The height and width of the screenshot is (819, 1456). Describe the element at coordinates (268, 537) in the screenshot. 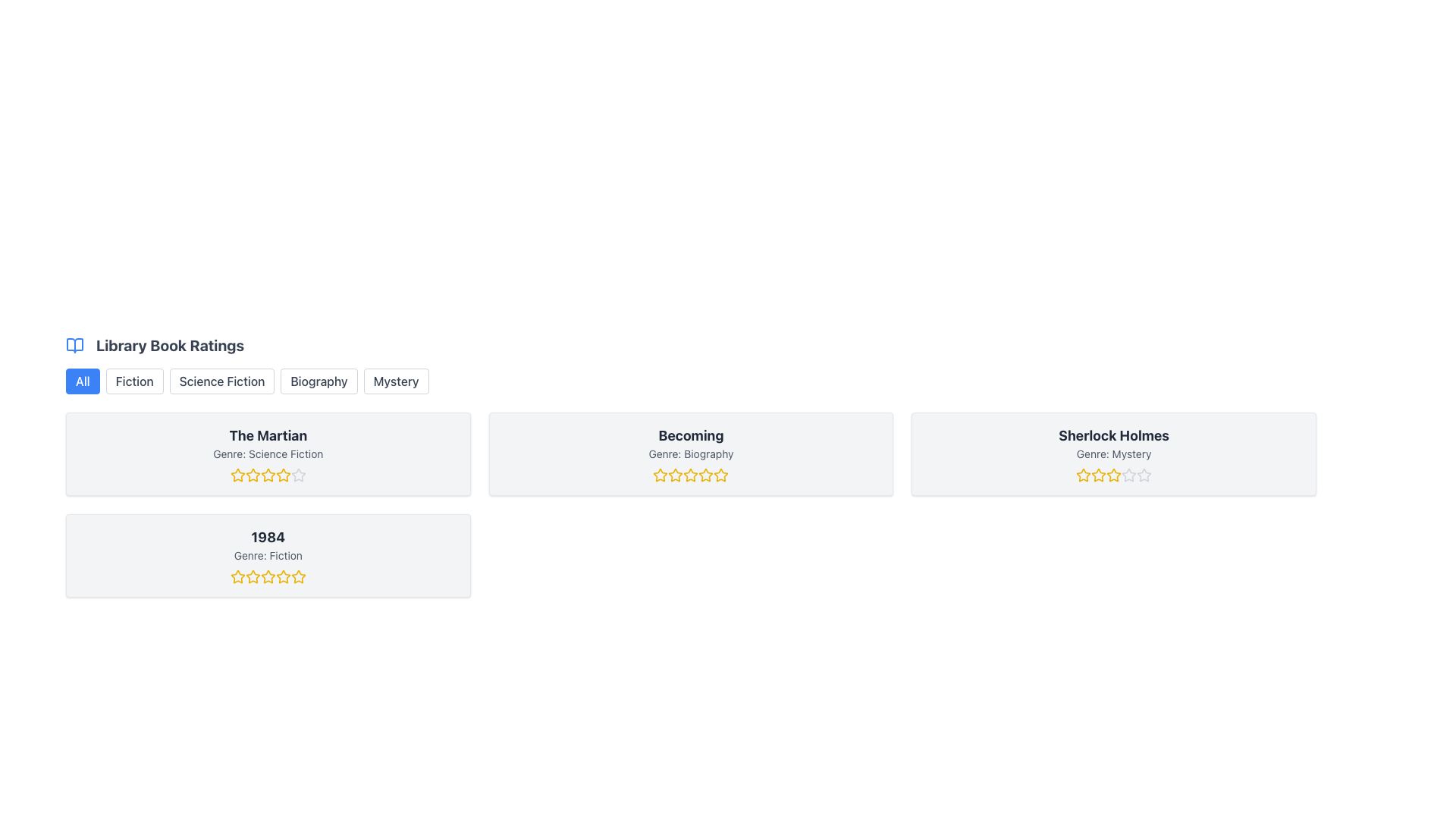

I see `the text label for the book titled '1984'` at that location.